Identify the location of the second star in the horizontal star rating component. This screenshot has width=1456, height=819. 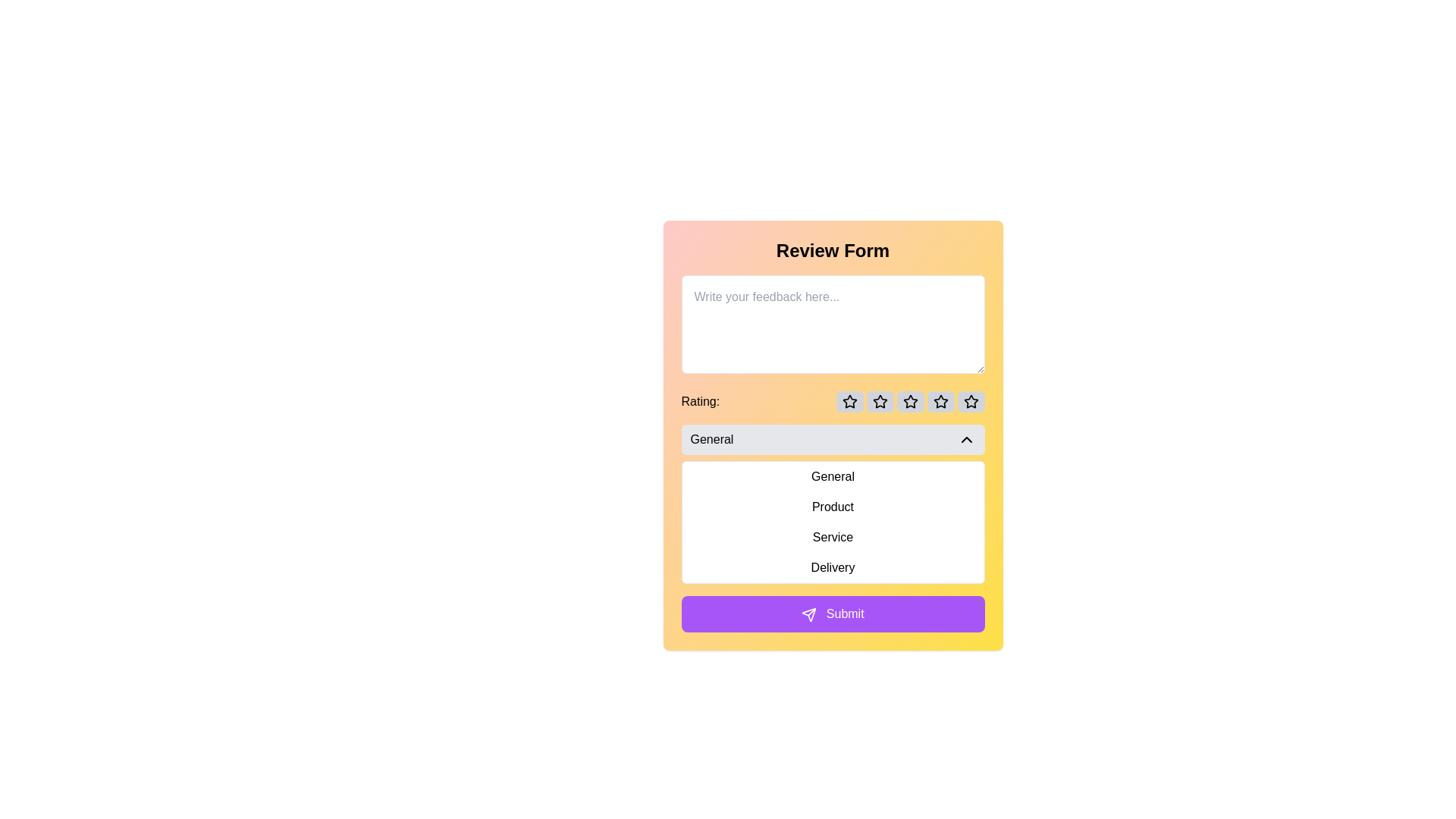
(880, 400).